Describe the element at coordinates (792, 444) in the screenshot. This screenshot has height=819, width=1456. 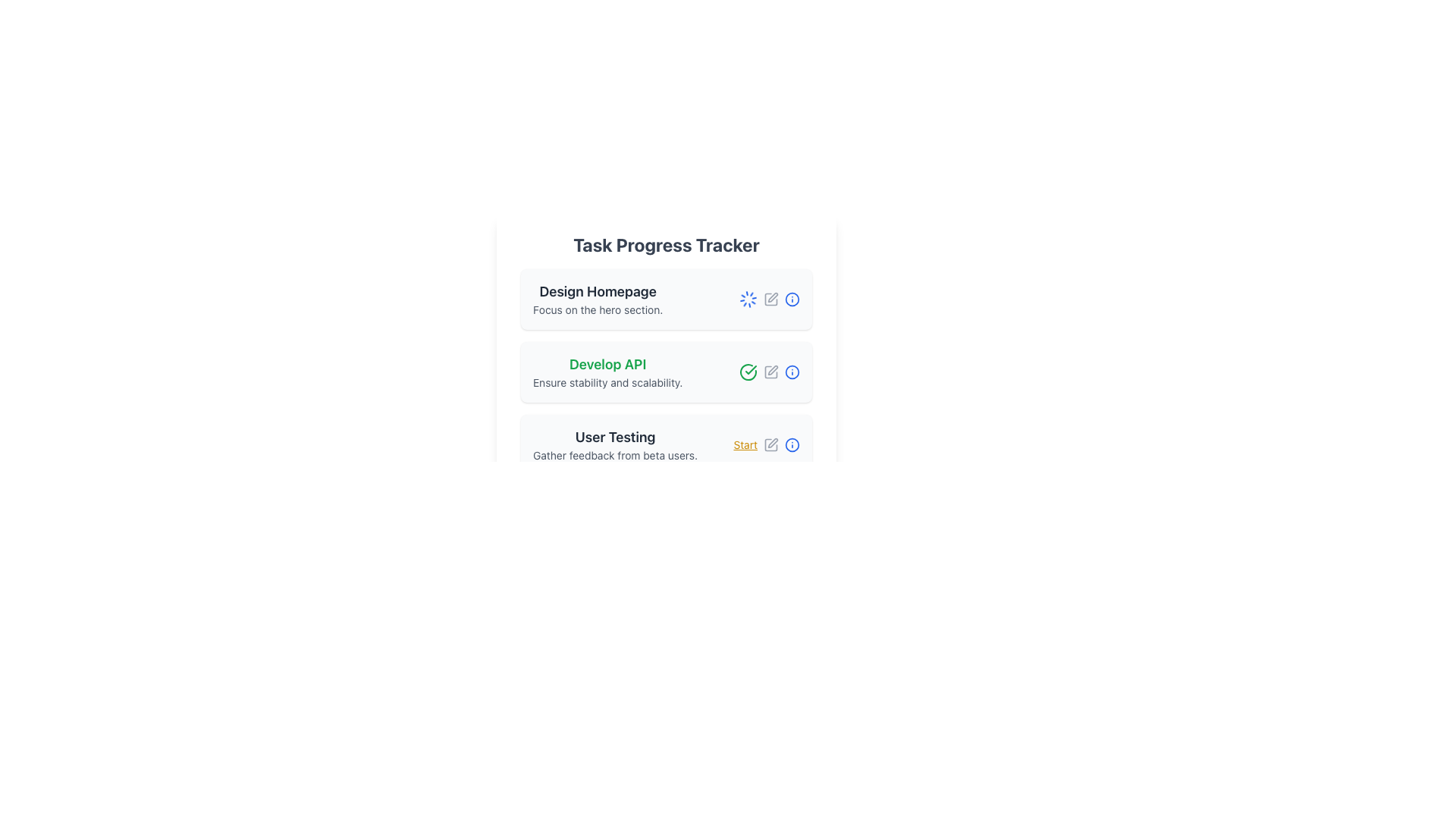
I see `the last icon in the row corresponding to 'User Testing'` at that location.